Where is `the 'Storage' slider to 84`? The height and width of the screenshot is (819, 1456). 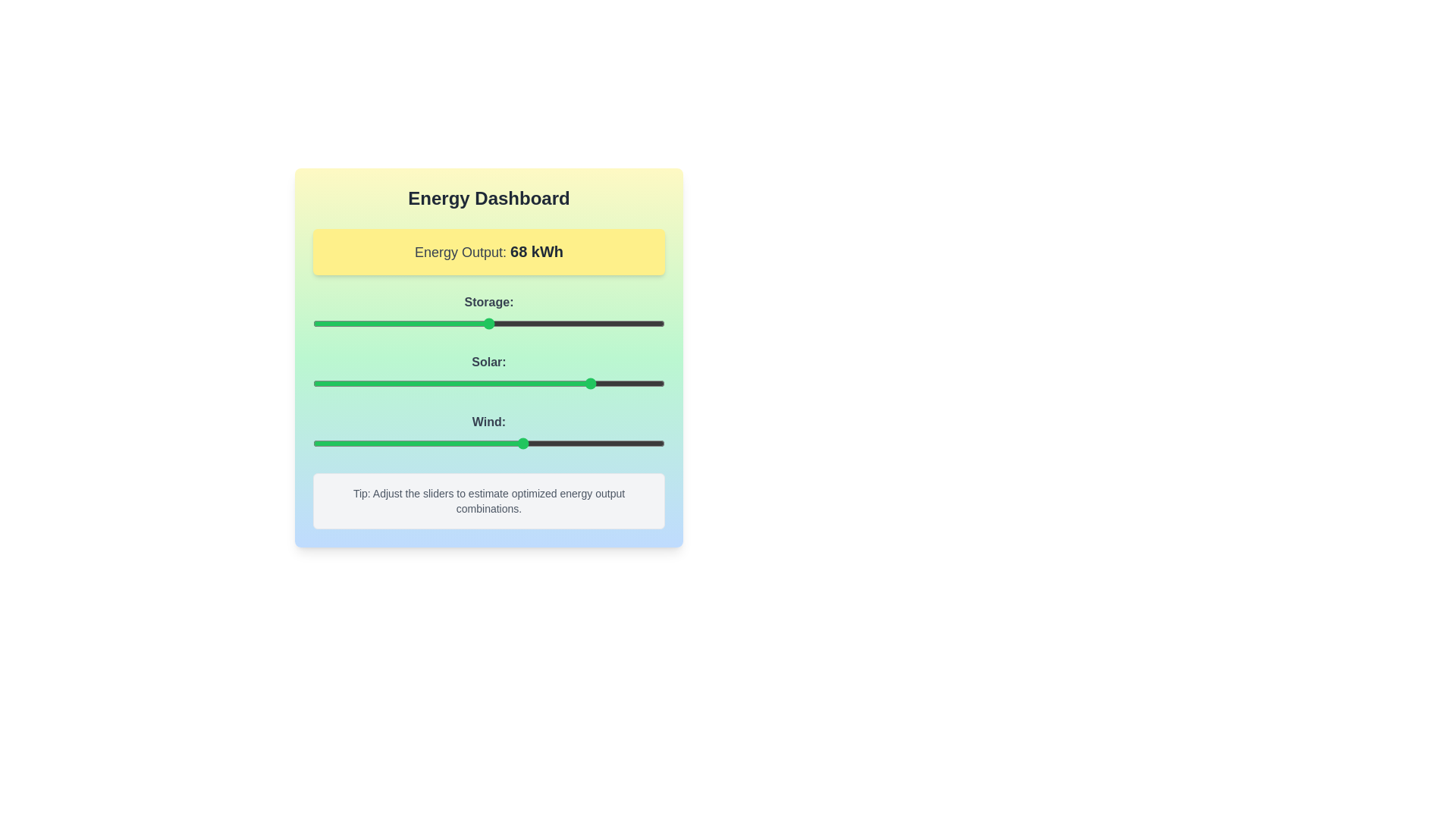 the 'Storage' slider to 84 is located at coordinates (608, 323).